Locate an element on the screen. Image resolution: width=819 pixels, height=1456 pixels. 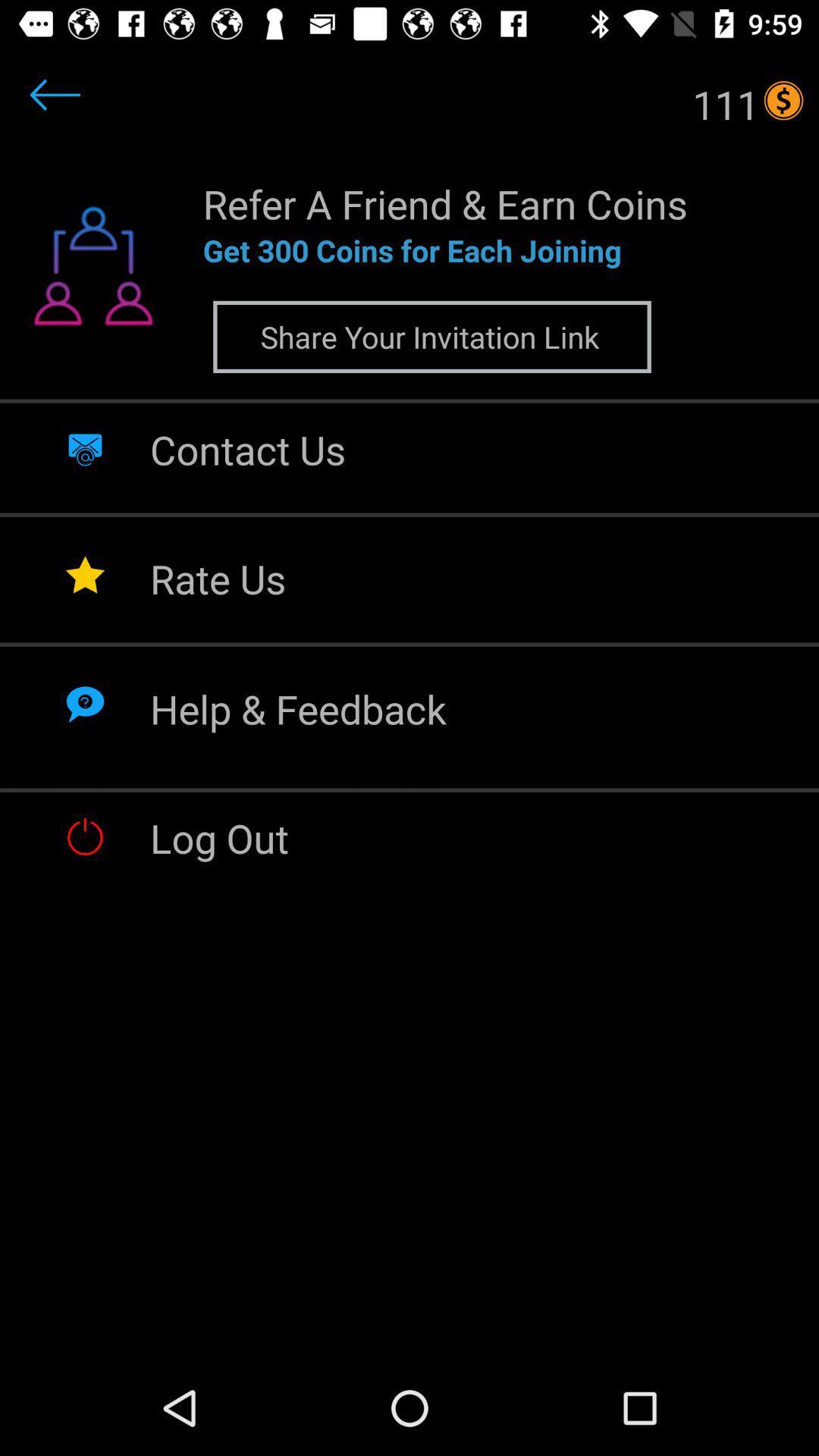
text below rate us is located at coordinates (298, 708).